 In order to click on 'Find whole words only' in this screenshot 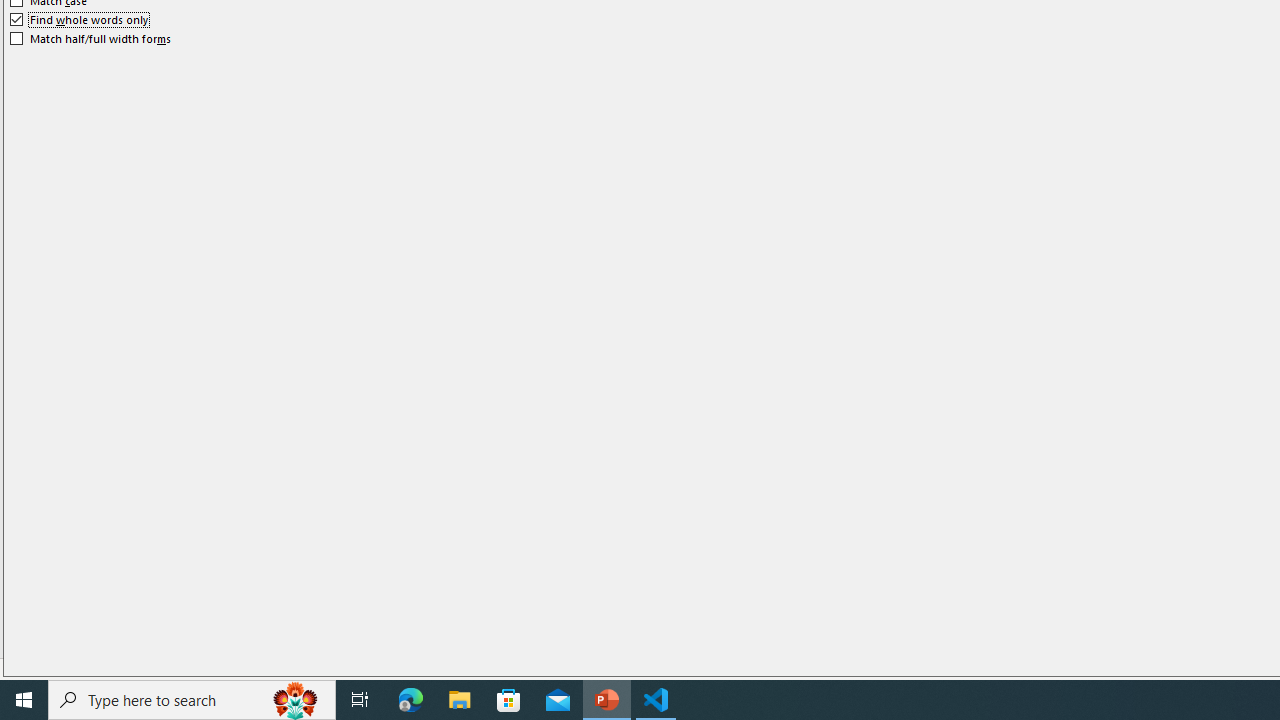, I will do `click(80, 20)`.